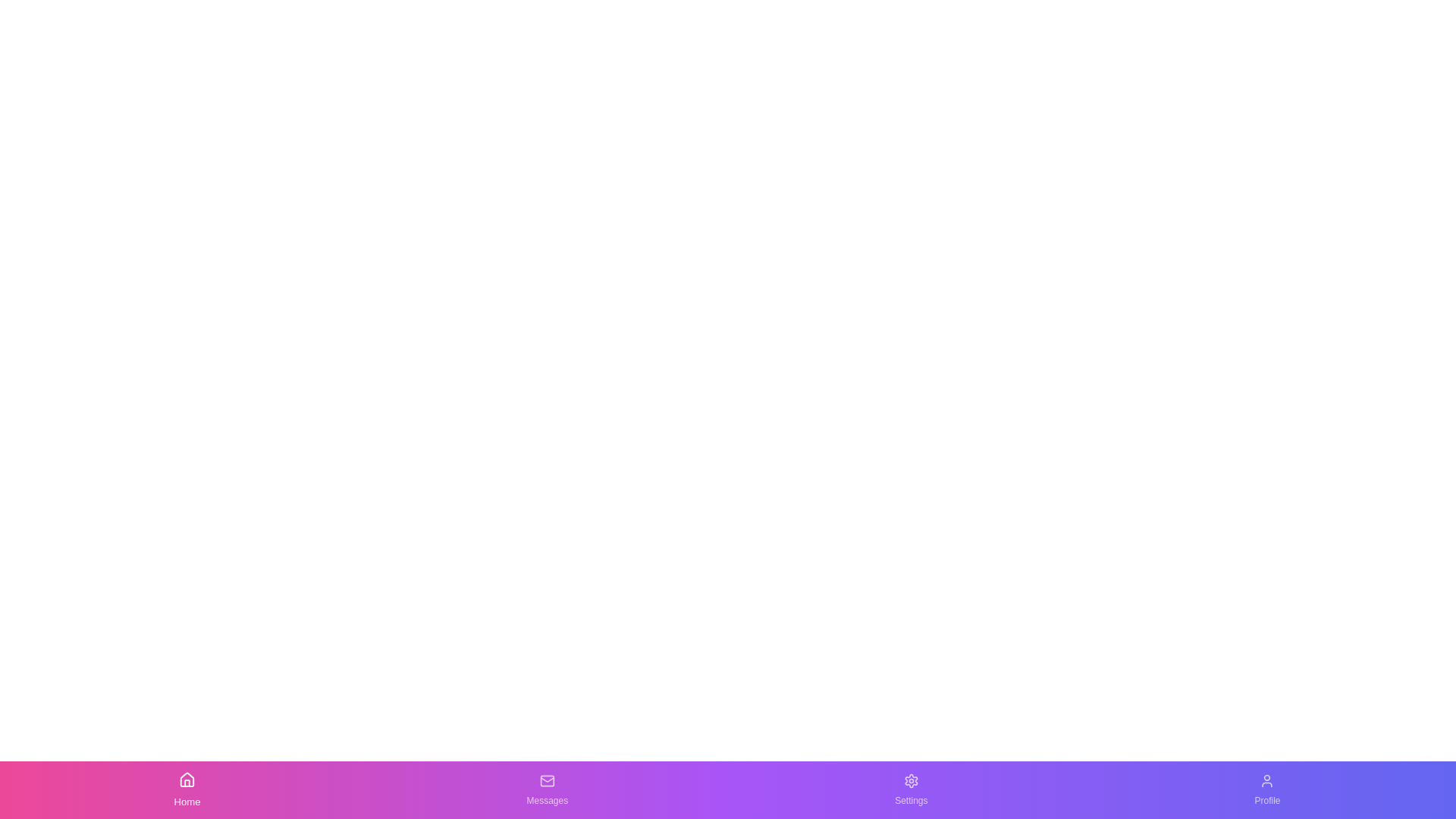 This screenshot has width=1456, height=819. Describe the element at coordinates (186, 789) in the screenshot. I see `the Home button in the bottom navigation bar` at that location.